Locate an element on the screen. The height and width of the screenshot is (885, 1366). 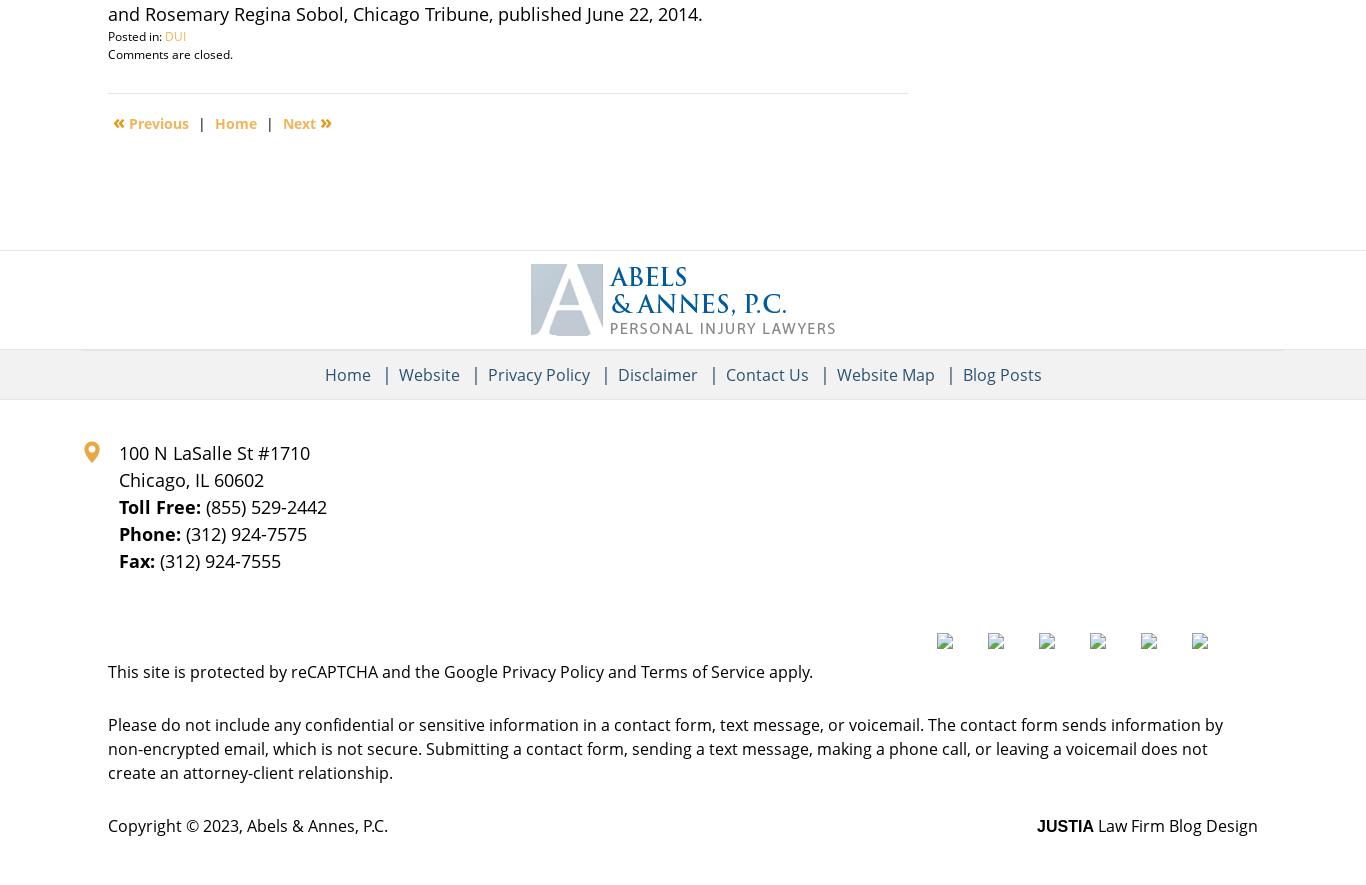
'Please do not include any confidential or sensitive information in a contact form, text message, or voicemail. The contact form sends information by non-encrypted email, which is not secure. Submitting a contact form, sending a text message, making a phone call, or leaving a voicemail does not create an attorney-client relationship.' is located at coordinates (664, 748).